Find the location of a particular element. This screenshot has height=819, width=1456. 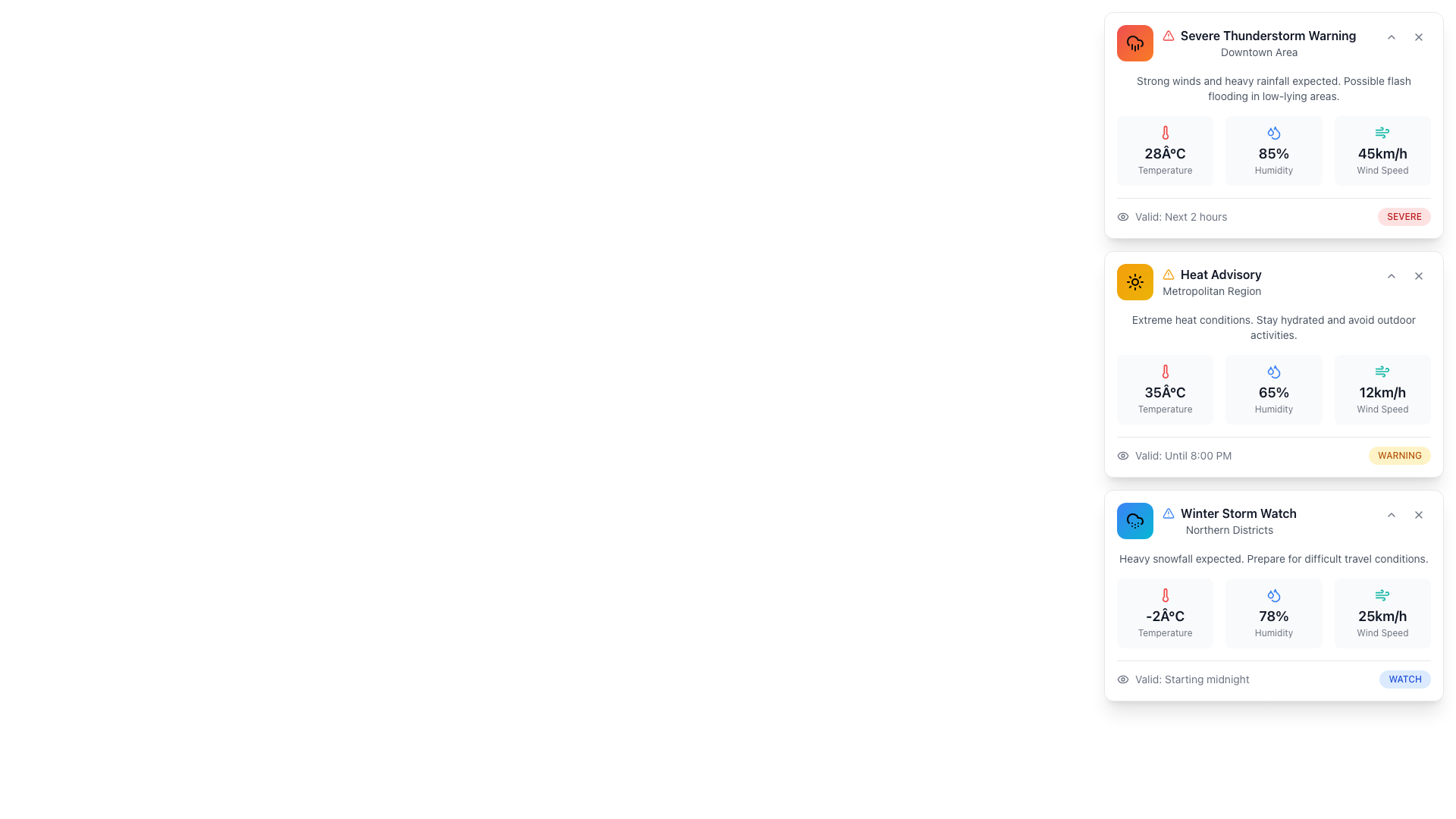

the first weather alert notification card at the top of the column, which delivers critical weather alert information including temperature and wind speed is located at coordinates (1274, 124).